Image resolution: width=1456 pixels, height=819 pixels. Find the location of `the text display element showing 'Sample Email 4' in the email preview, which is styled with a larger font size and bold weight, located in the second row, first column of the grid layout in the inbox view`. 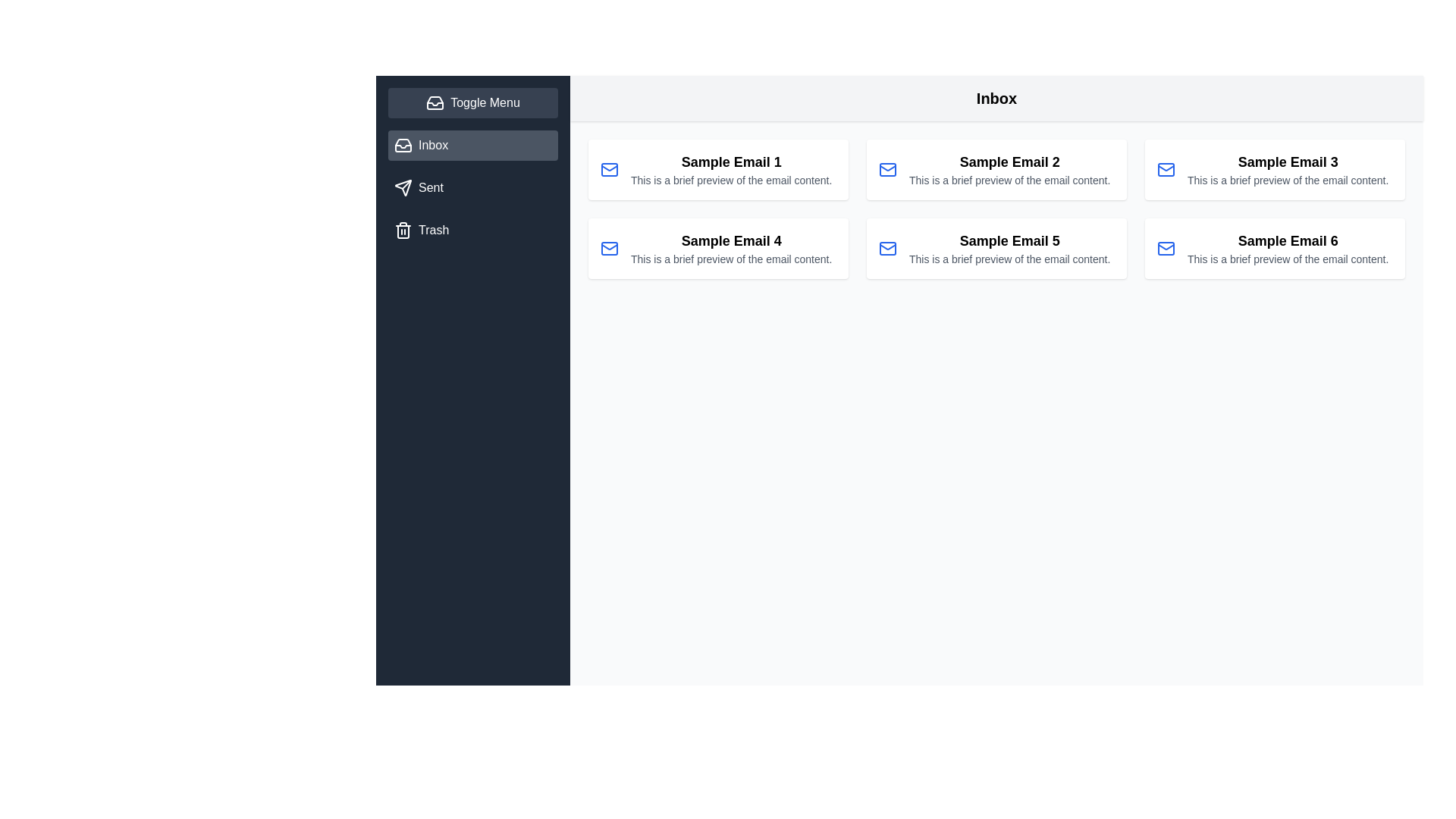

the text display element showing 'Sample Email 4' in the email preview, which is styled with a larger font size and bold weight, located in the second row, first column of the grid layout in the inbox view is located at coordinates (731, 240).